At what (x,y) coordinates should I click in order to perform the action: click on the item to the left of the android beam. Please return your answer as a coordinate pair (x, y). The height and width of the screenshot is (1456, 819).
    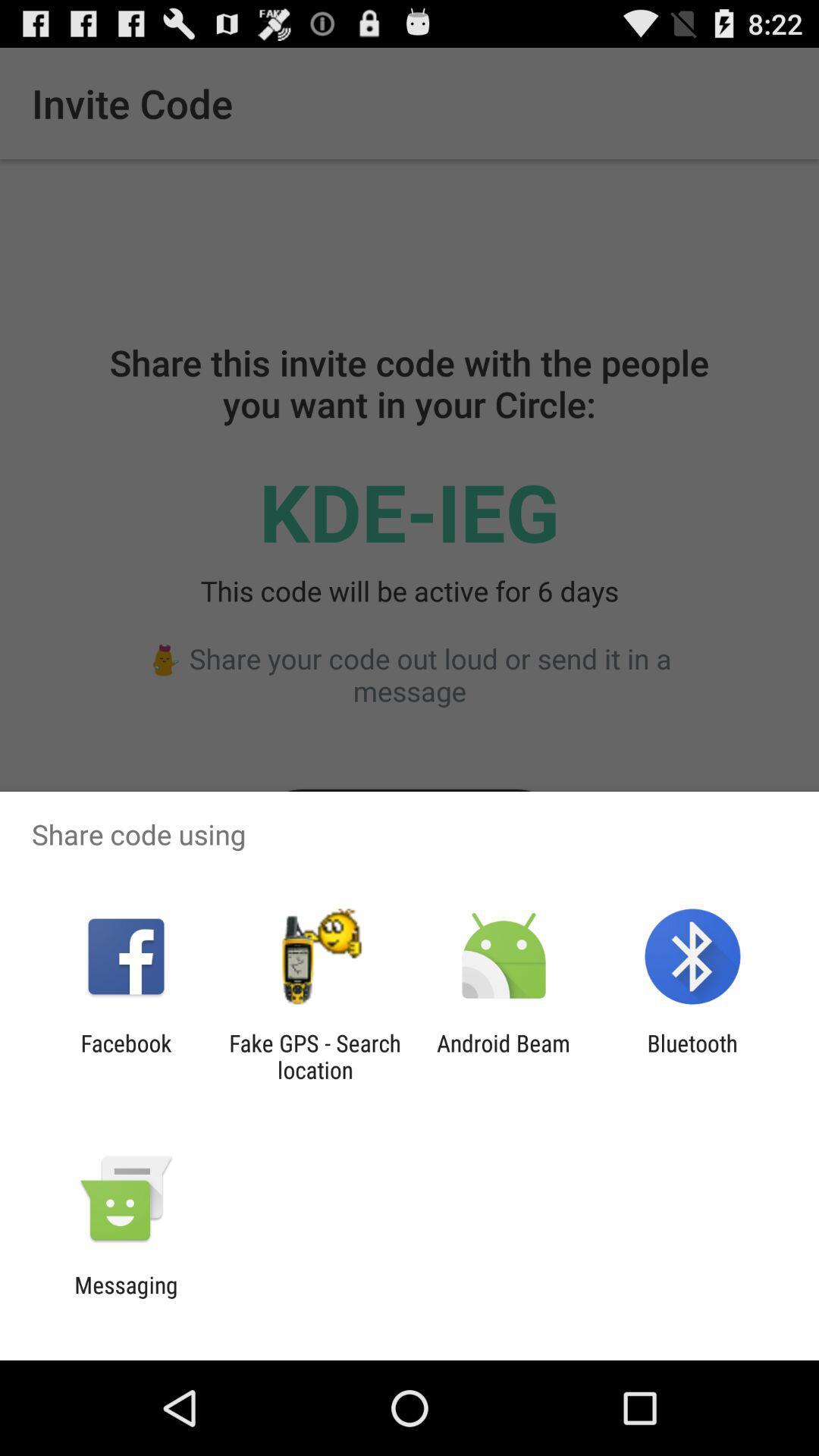
    Looking at the image, I should click on (314, 1056).